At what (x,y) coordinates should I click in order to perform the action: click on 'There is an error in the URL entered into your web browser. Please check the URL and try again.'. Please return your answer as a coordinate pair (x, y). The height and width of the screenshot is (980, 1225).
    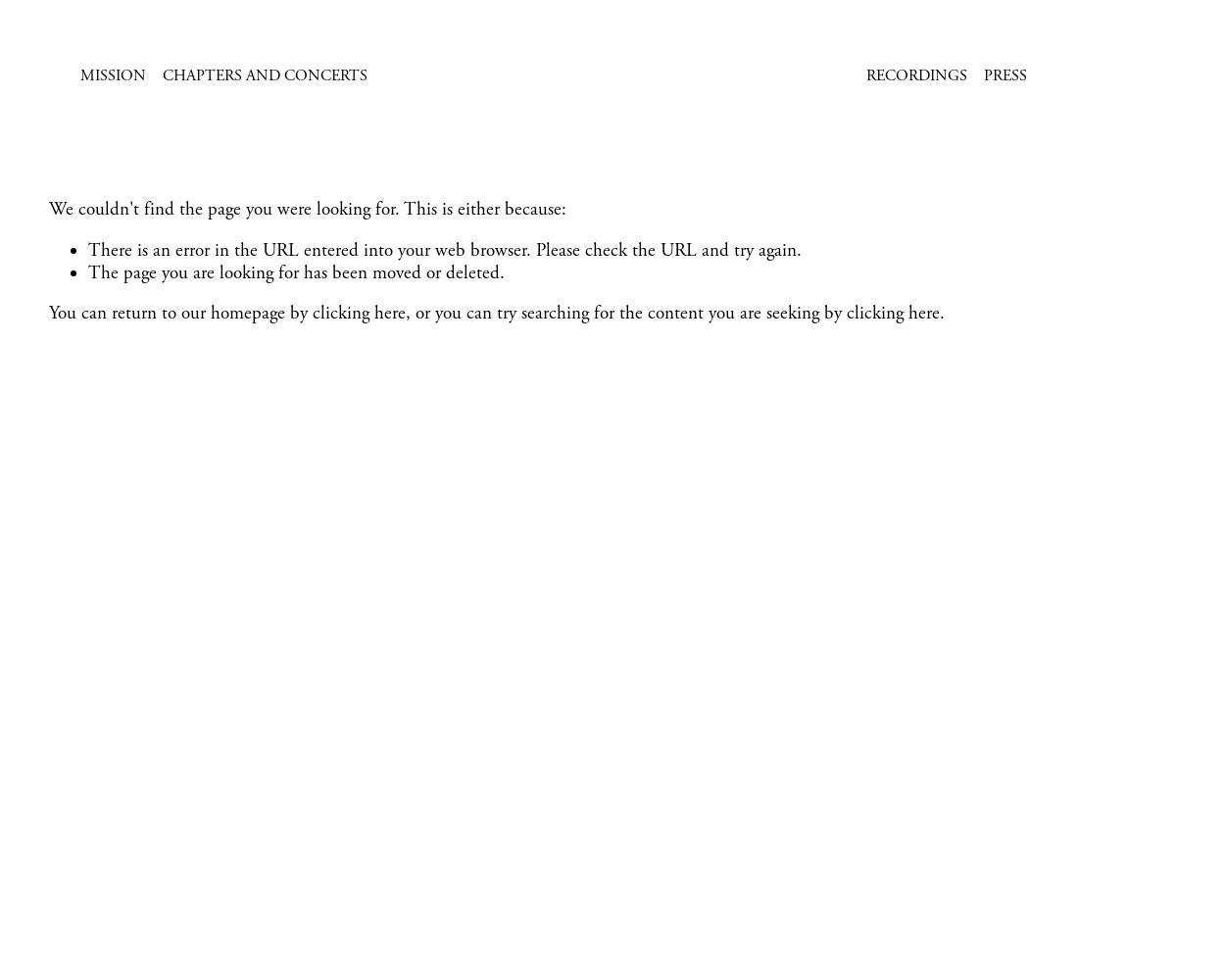
    Looking at the image, I should click on (87, 250).